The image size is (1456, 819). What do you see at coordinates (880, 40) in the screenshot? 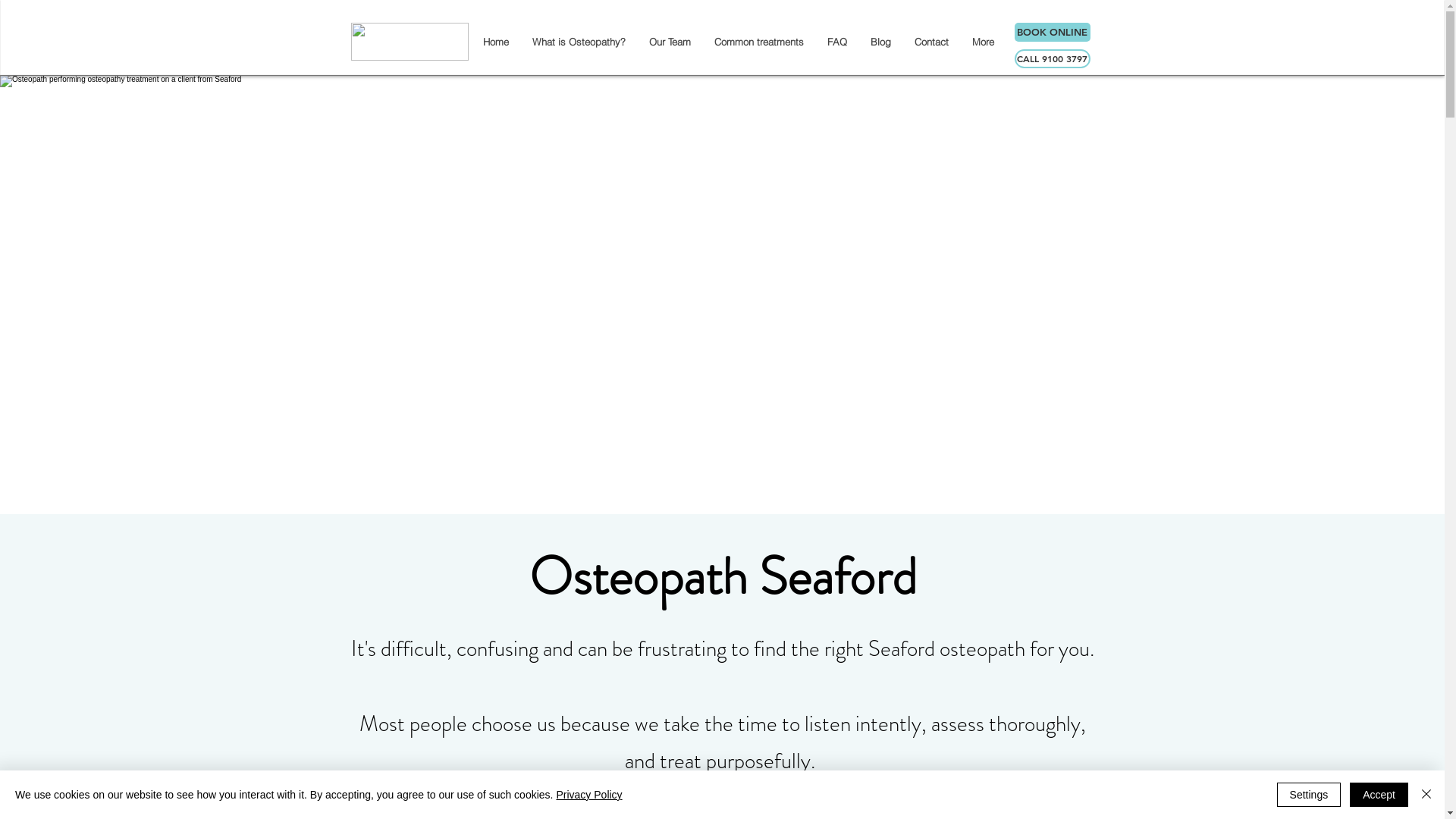
I see `'Blog'` at bounding box center [880, 40].